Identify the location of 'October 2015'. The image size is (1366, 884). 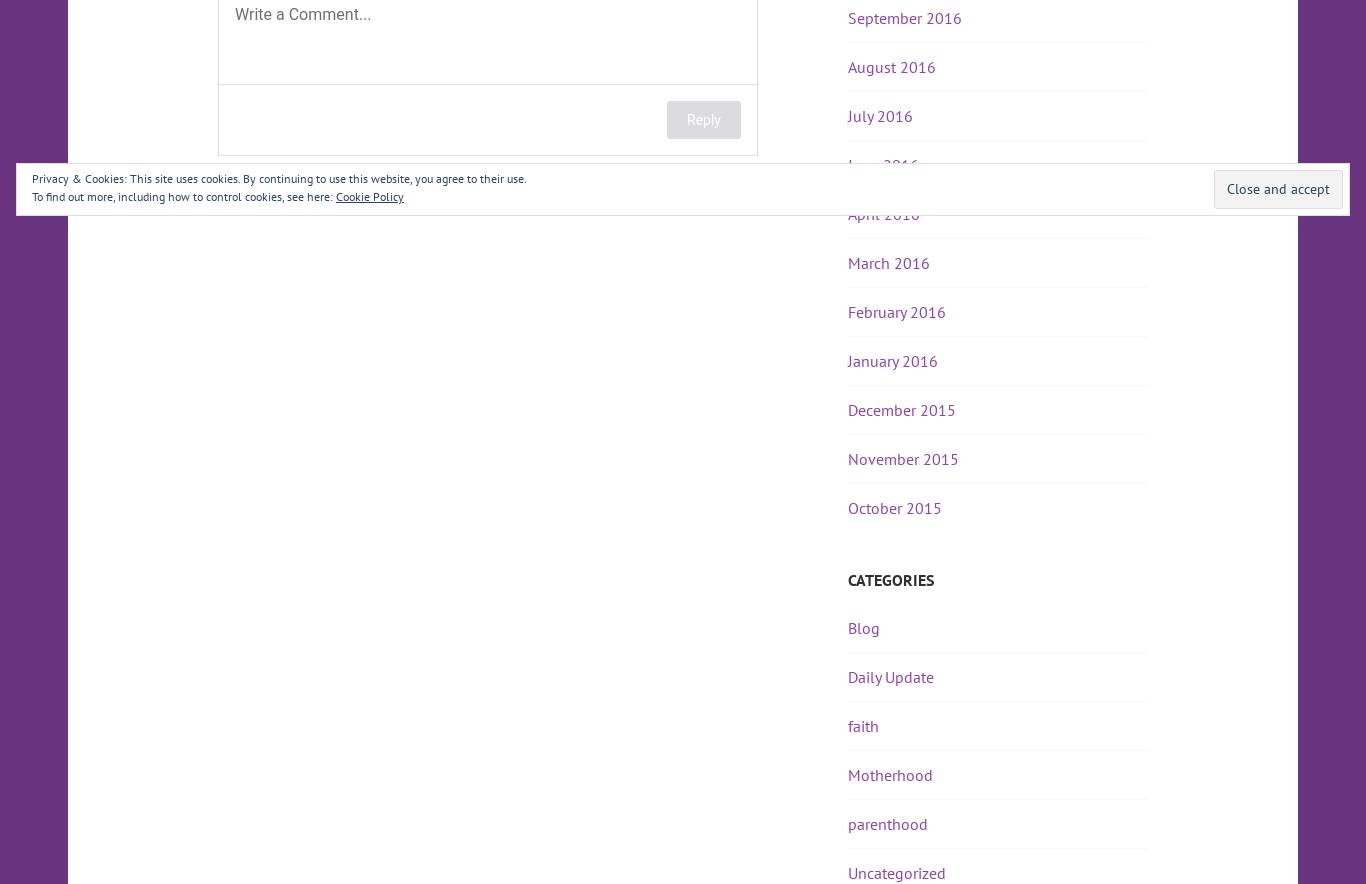
(894, 507).